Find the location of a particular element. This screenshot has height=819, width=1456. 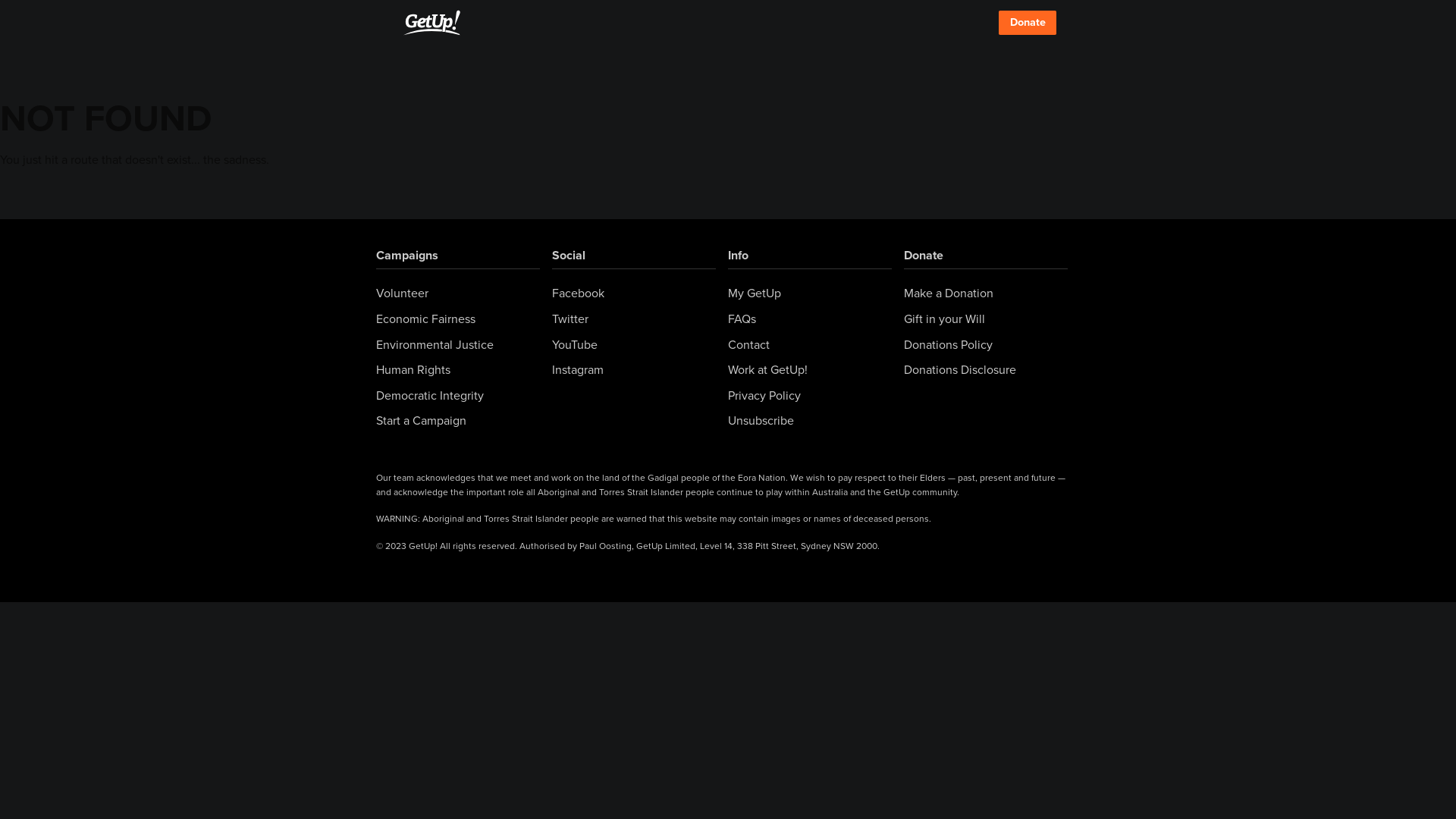

'Donations Policy' is located at coordinates (903, 345).